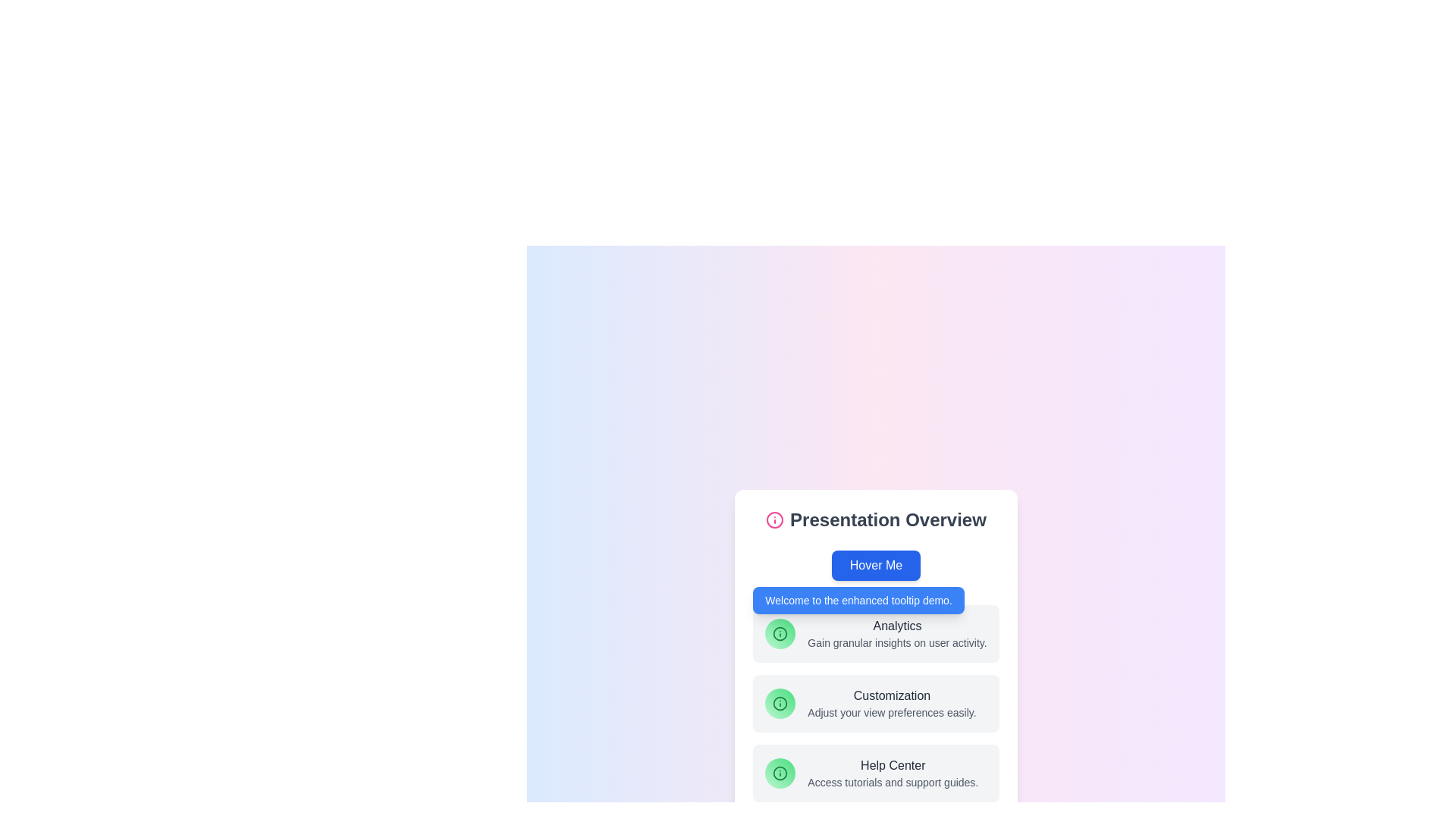  What do you see at coordinates (897, 643) in the screenshot?
I see `the Text Label that reads 'Gain granular insights on user activity.' positioned beneath the heading 'Analytics'` at bounding box center [897, 643].